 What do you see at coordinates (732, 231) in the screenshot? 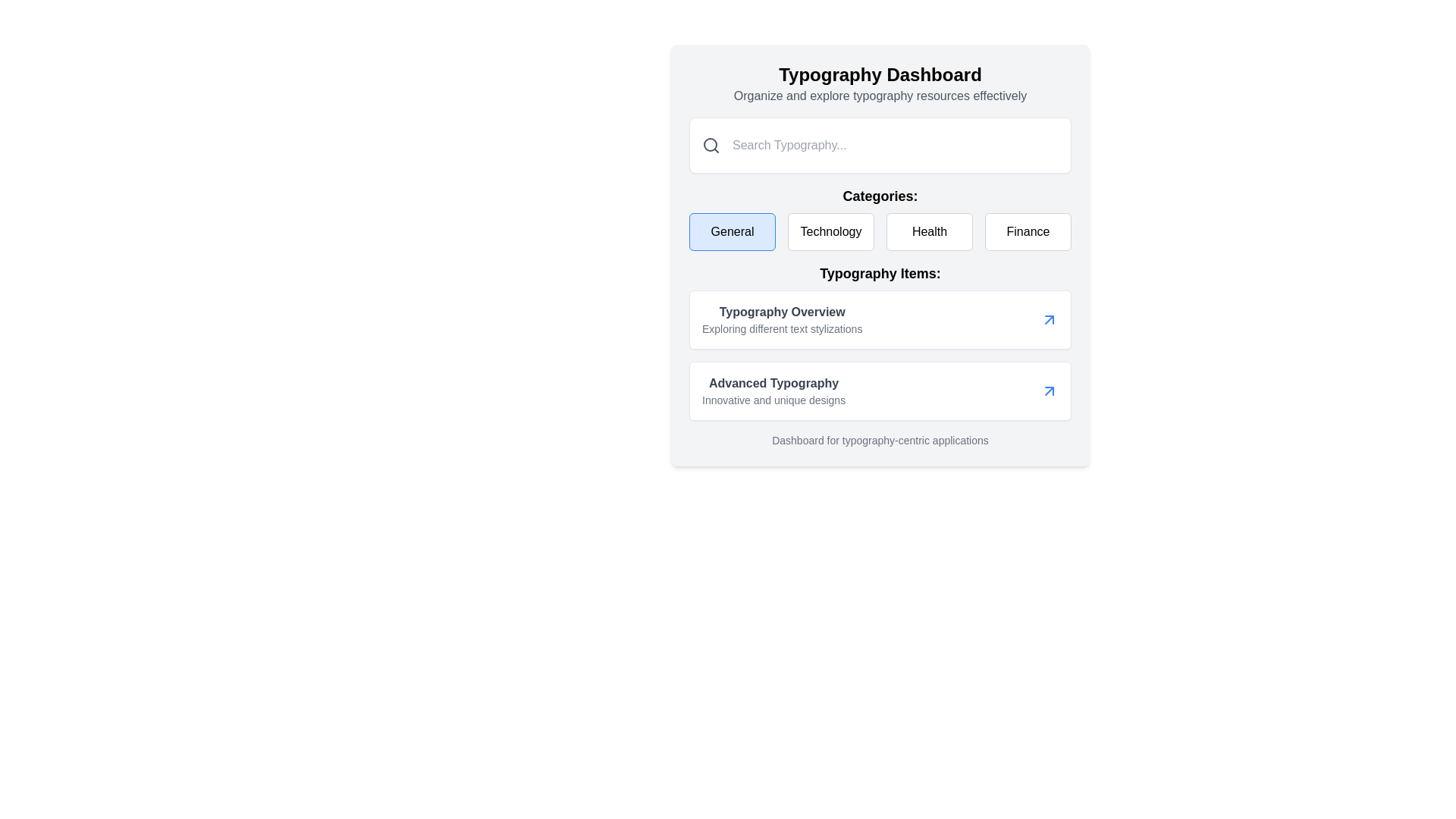
I see `the first category button labeled 'General' under the 'Categories' heading` at bounding box center [732, 231].